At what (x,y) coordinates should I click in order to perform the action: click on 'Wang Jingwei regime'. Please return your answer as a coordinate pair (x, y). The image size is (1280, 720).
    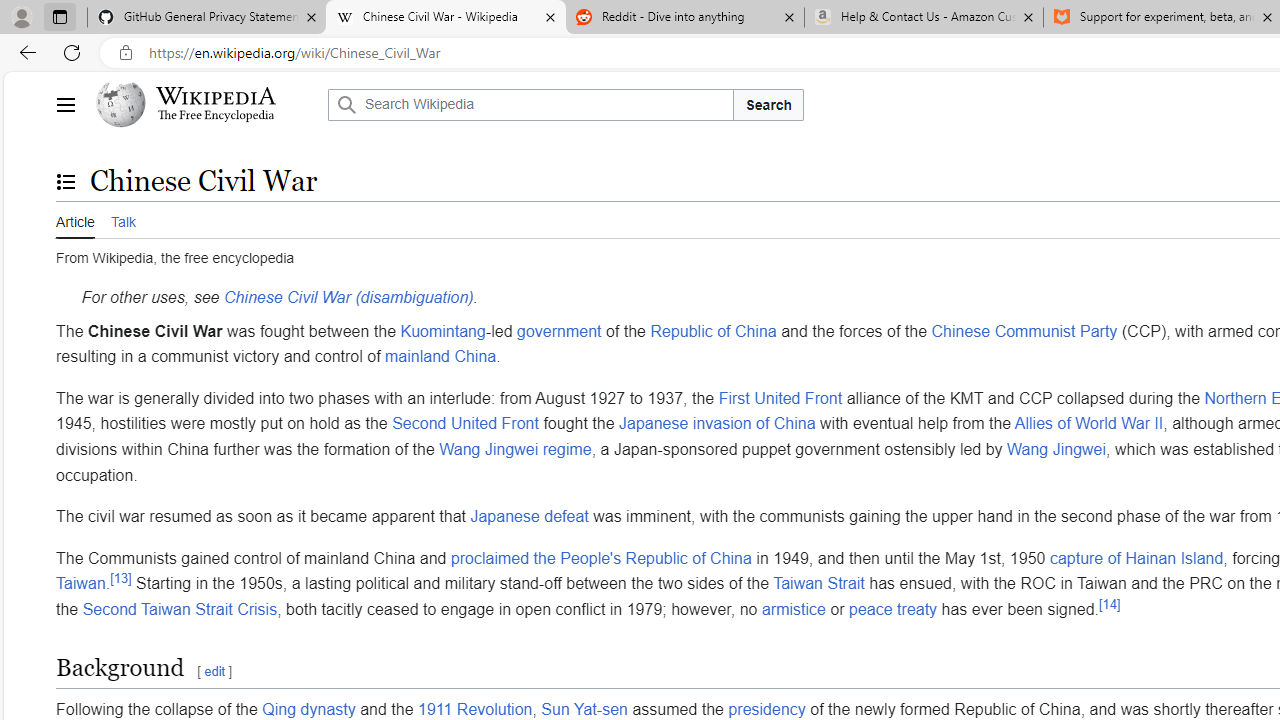
    Looking at the image, I should click on (515, 448).